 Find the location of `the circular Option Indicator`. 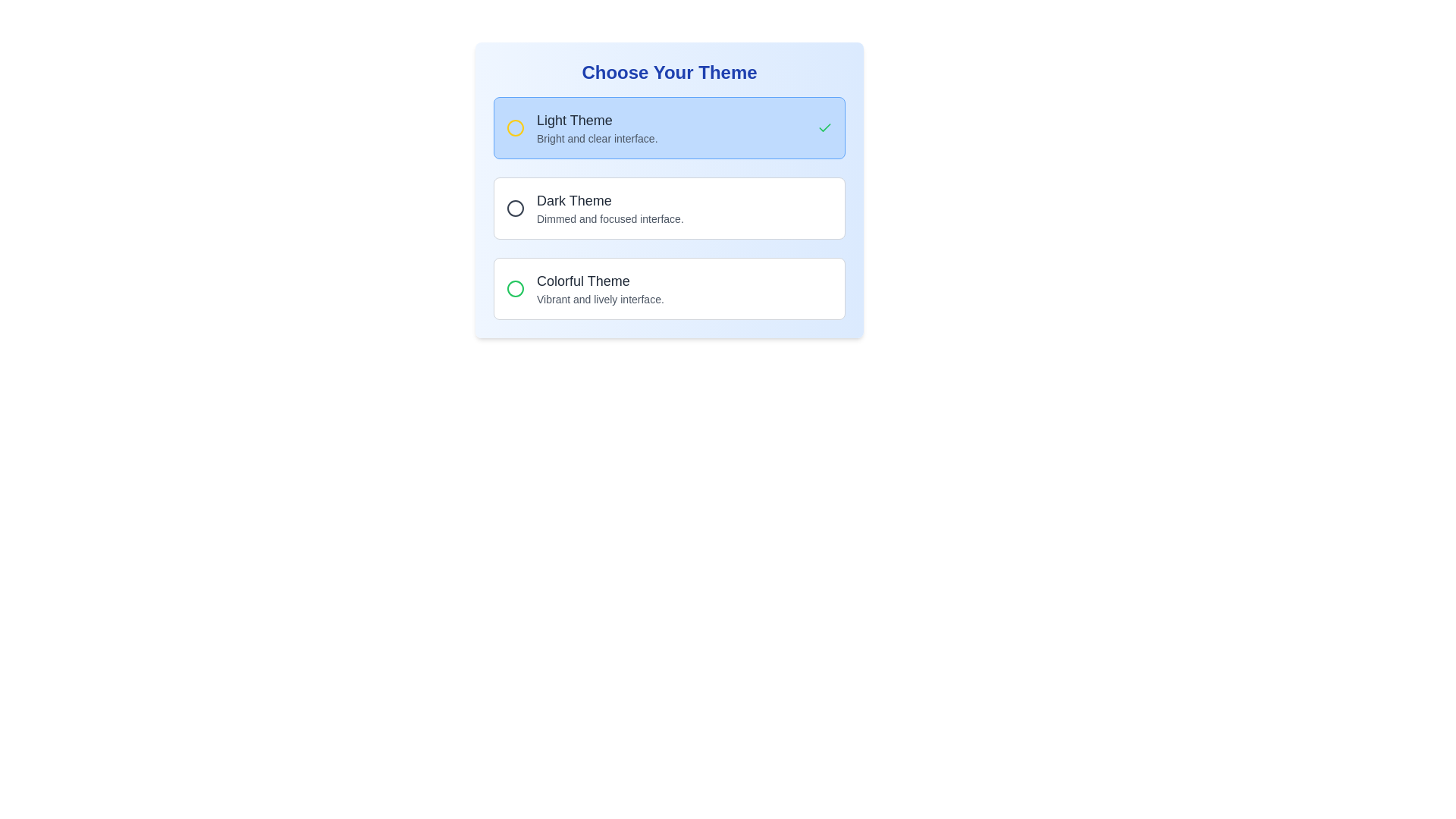

the circular Option Indicator is located at coordinates (516, 208).